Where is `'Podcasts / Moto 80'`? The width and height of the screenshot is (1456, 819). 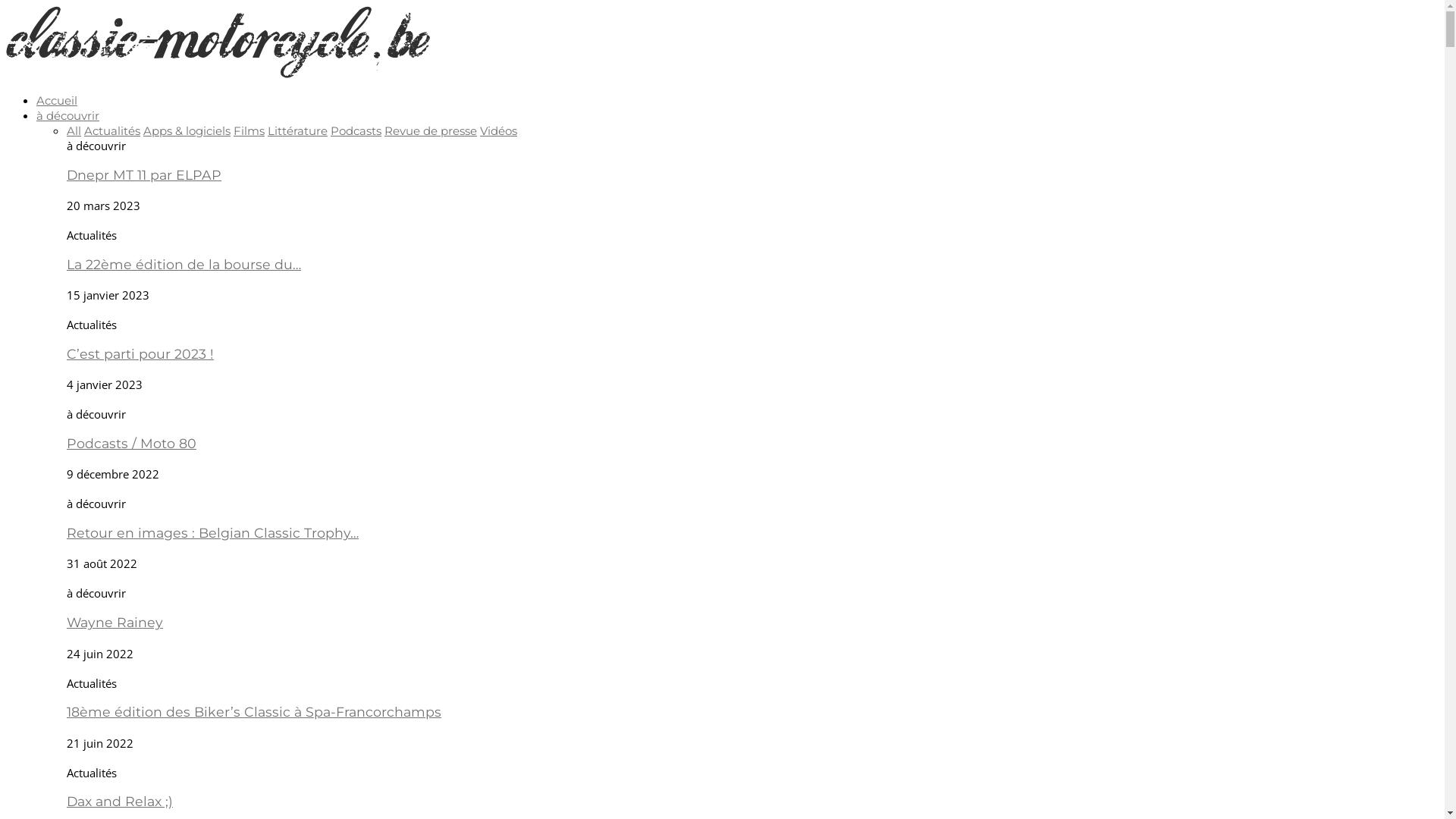 'Podcasts / Moto 80' is located at coordinates (131, 443).